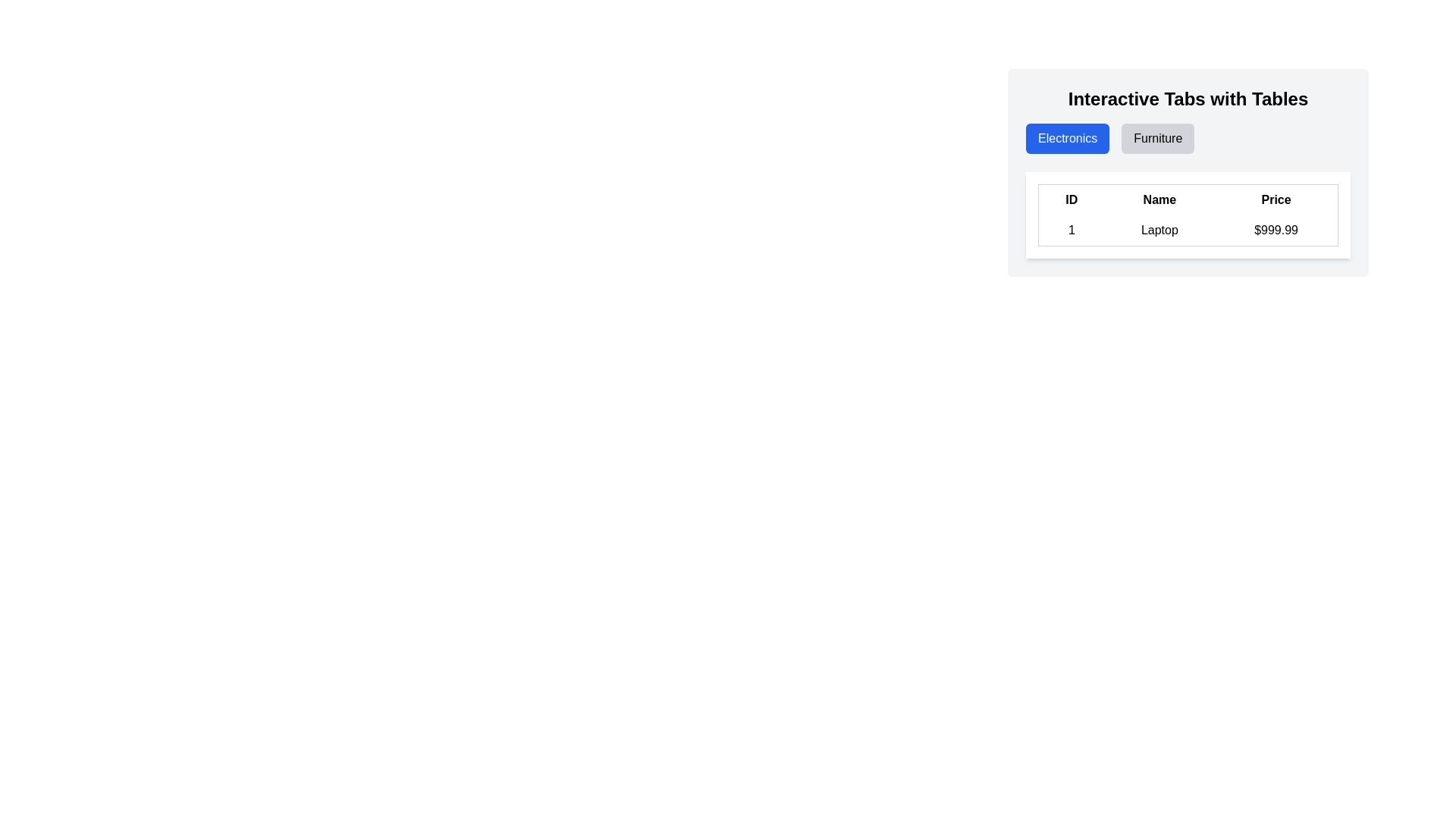 The image size is (1456, 819). What do you see at coordinates (1071, 199) in the screenshot?
I see `the leftmost text label in the header row of the table, which indicates that the column below contains identifiers` at bounding box center [1071, 199].